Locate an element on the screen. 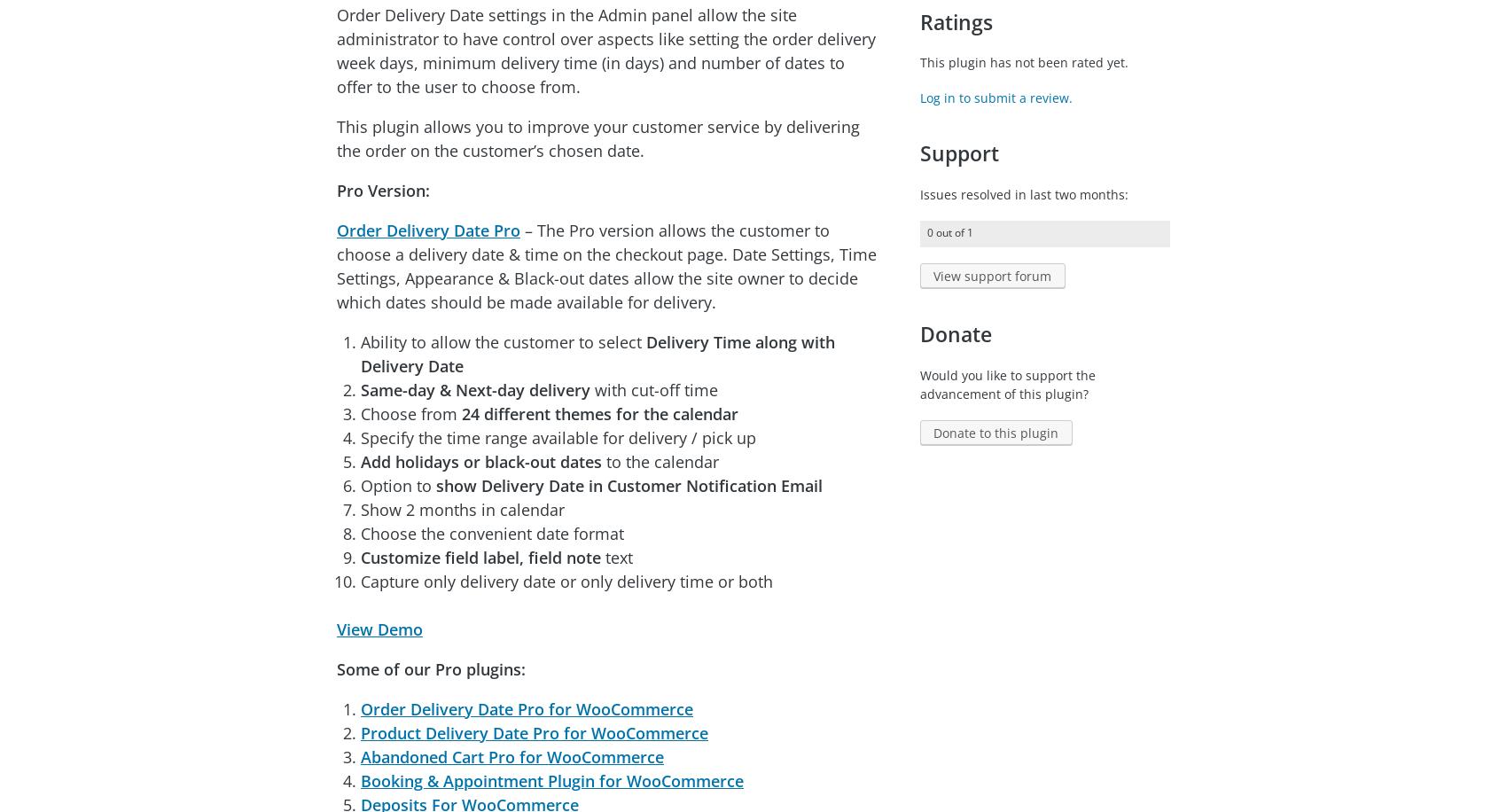 This screenshot has width=1507, height=812. 'This plugin has not been rated yet.' is located at coordinates (1024, 61).